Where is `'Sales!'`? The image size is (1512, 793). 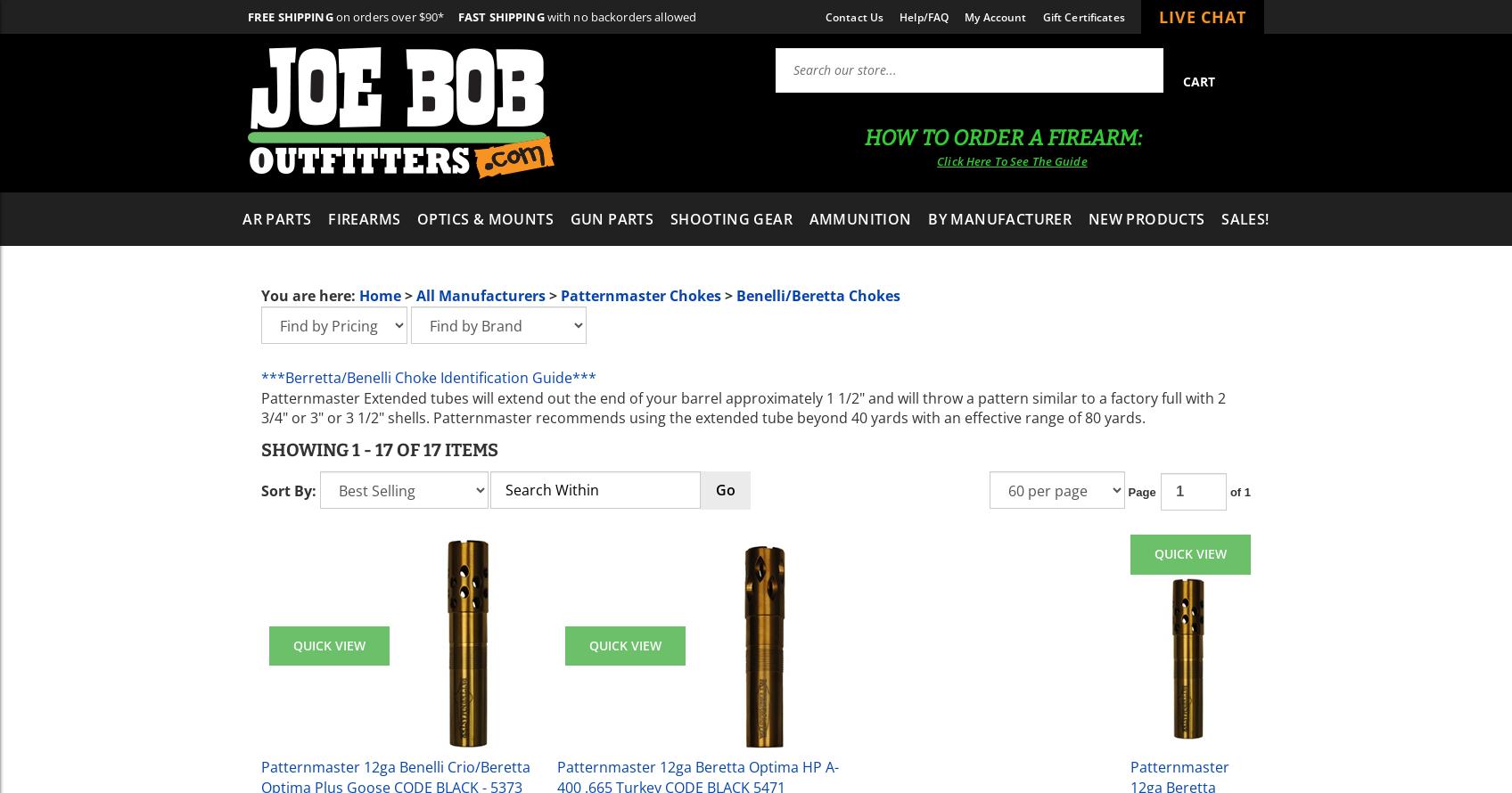 'Sales!' is located at coordinates (1244, 217).